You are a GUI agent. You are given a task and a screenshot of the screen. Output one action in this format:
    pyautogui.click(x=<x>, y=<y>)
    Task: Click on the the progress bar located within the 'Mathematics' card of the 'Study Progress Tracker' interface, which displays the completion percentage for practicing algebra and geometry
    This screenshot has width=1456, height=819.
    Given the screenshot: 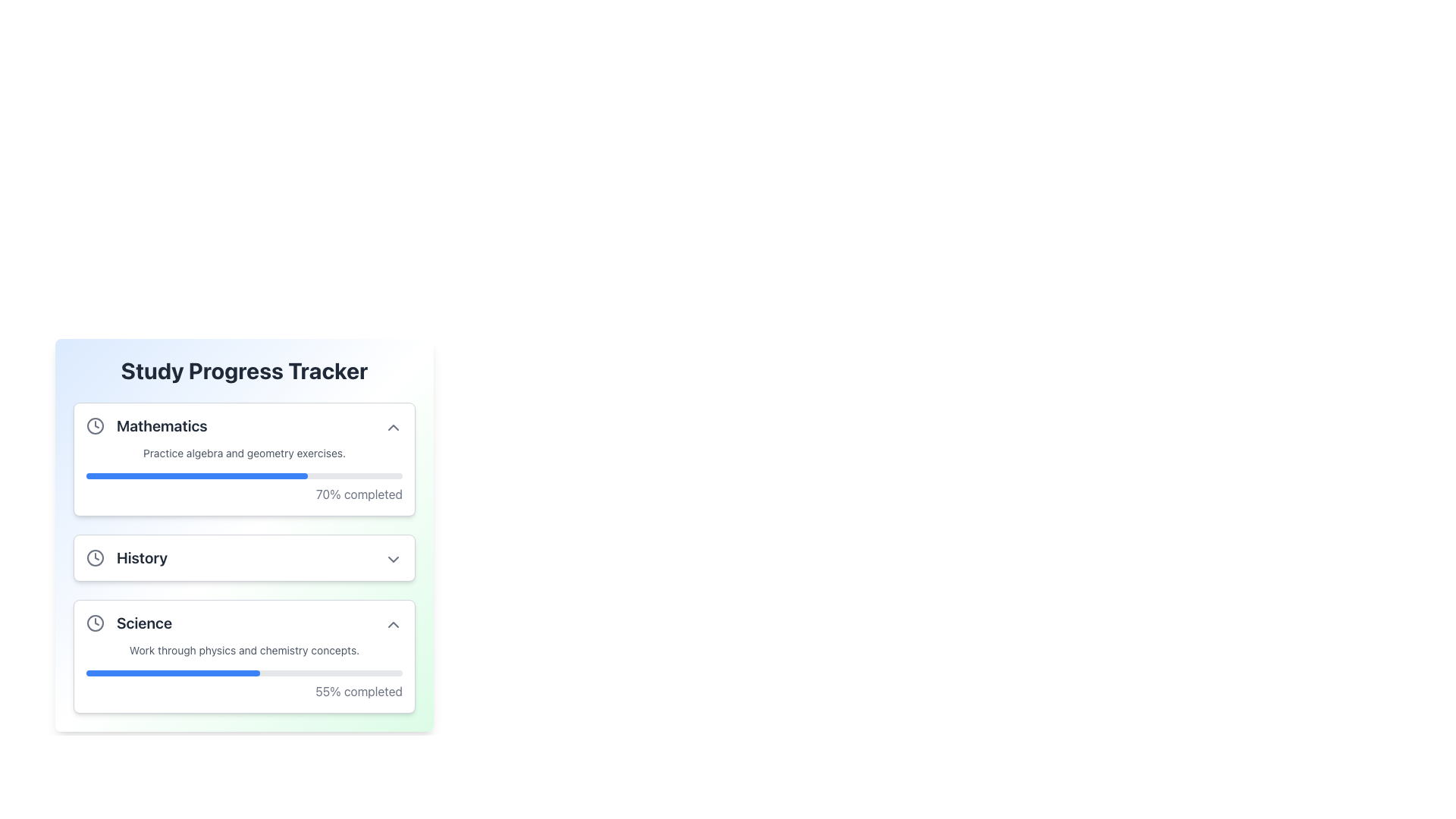 What is the action you would take?
    pyautogui.click(x=244, y=473)
    